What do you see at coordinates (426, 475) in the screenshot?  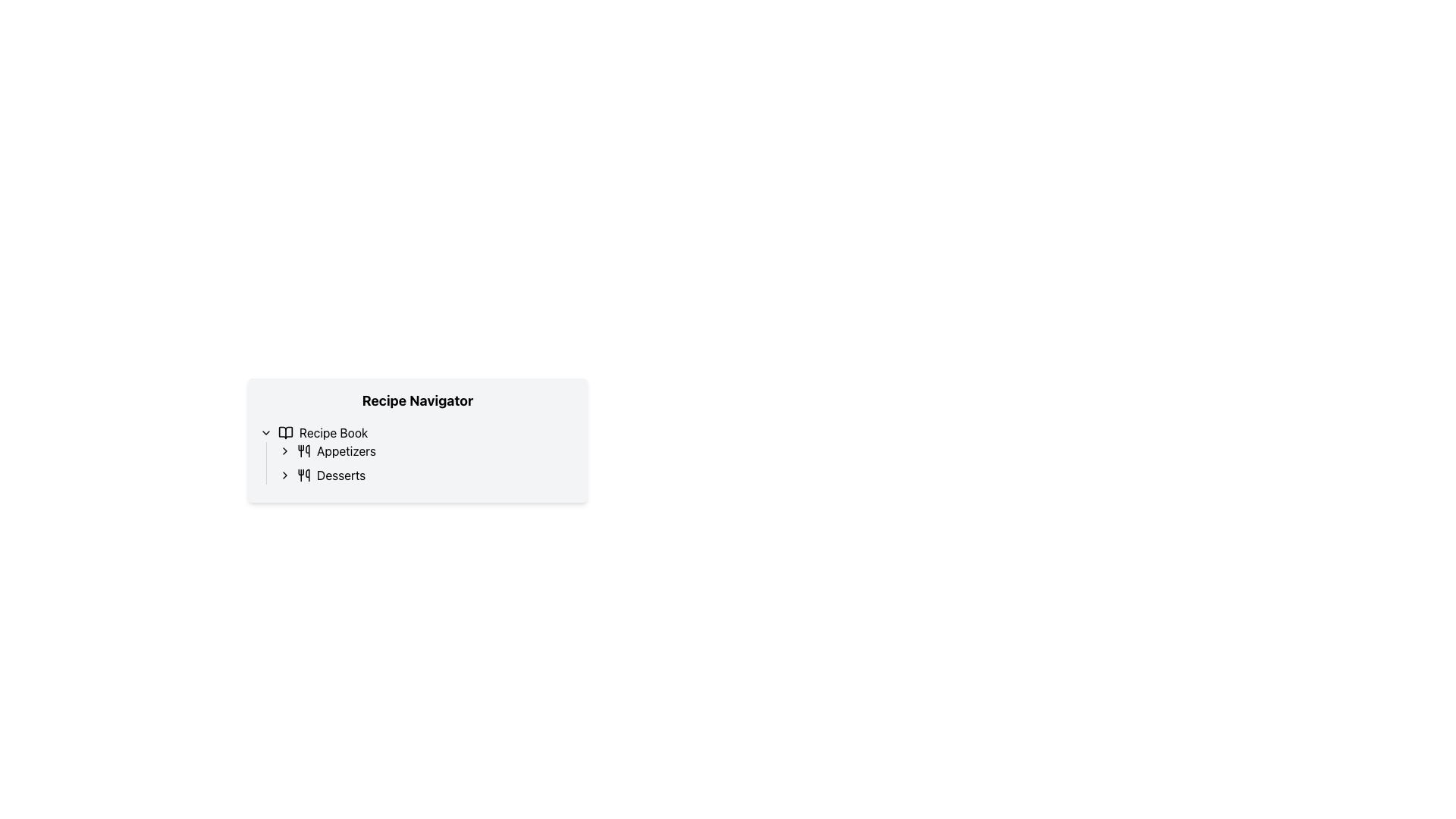 I see `the 'Desserts' collapsible menu item located under the 'Recipe Book' section` at bounding box center [426, 475].